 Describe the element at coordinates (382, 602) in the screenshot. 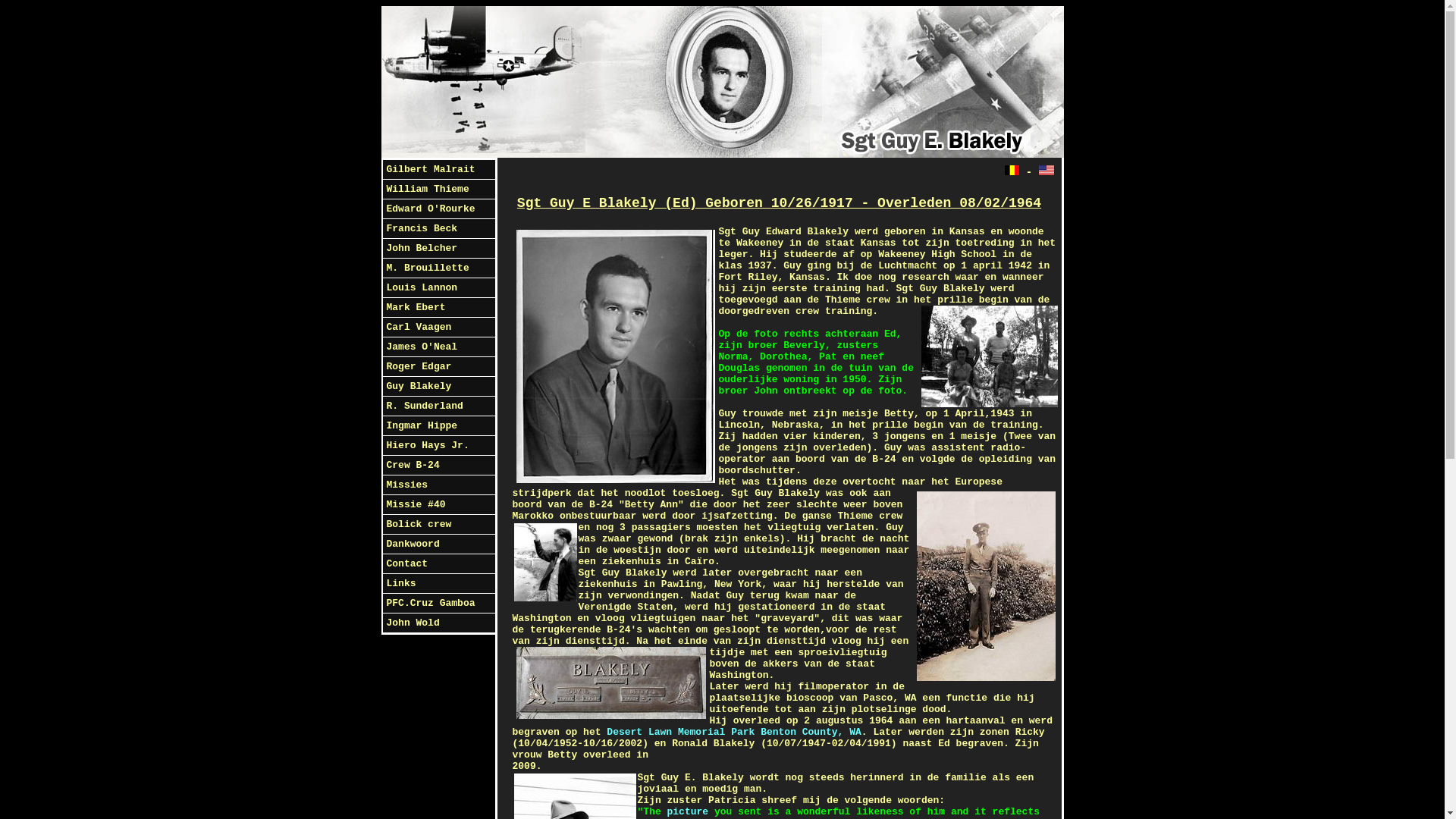

I see `'PFC.Cruz Gamboa'` at that location.